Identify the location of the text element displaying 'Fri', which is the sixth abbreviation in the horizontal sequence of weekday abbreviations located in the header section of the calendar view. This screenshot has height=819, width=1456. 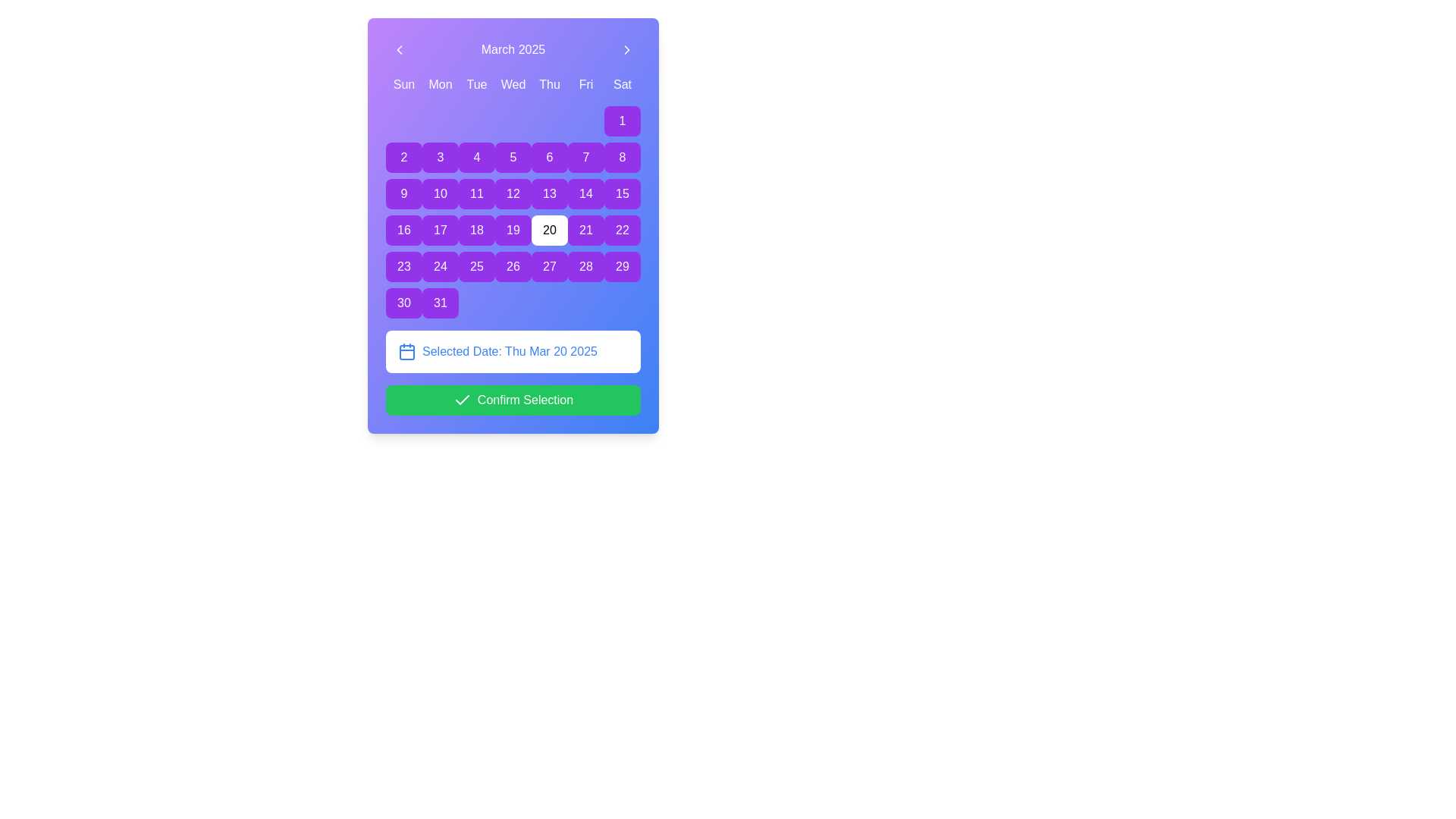
(585, 84).